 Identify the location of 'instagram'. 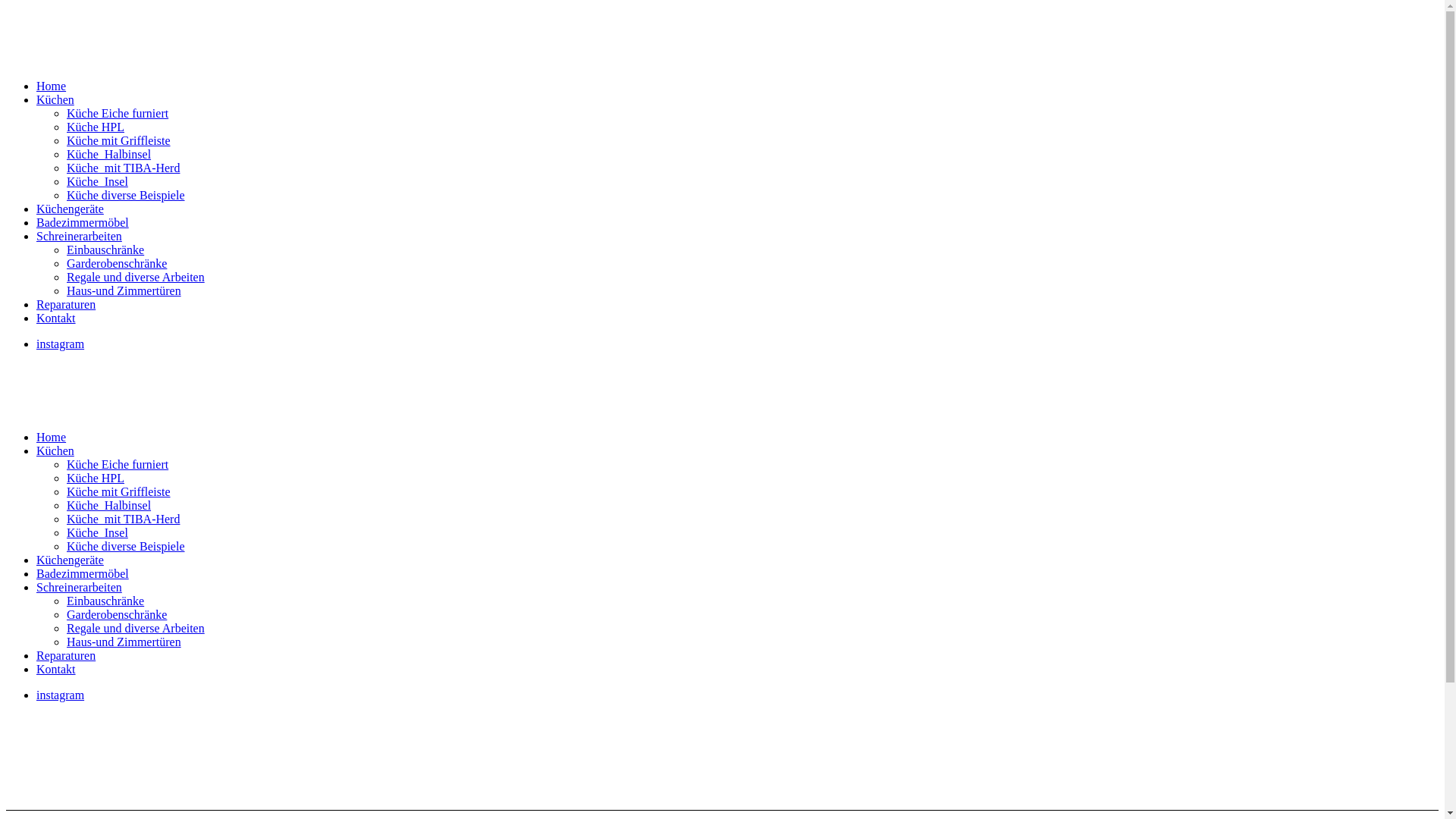
(60, 344).